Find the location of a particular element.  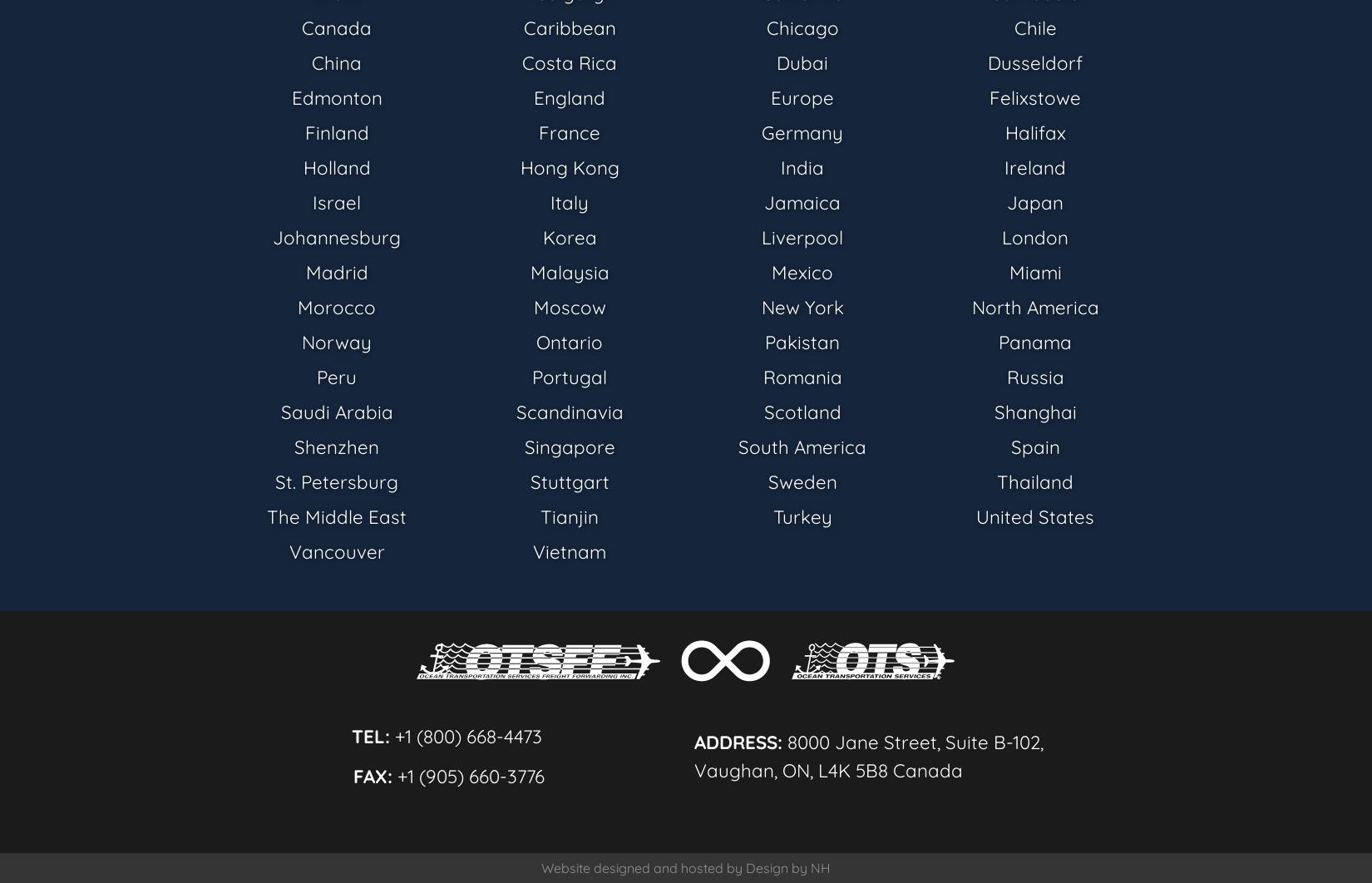

'ADDRESS:' is located at coordinates (694, 742).